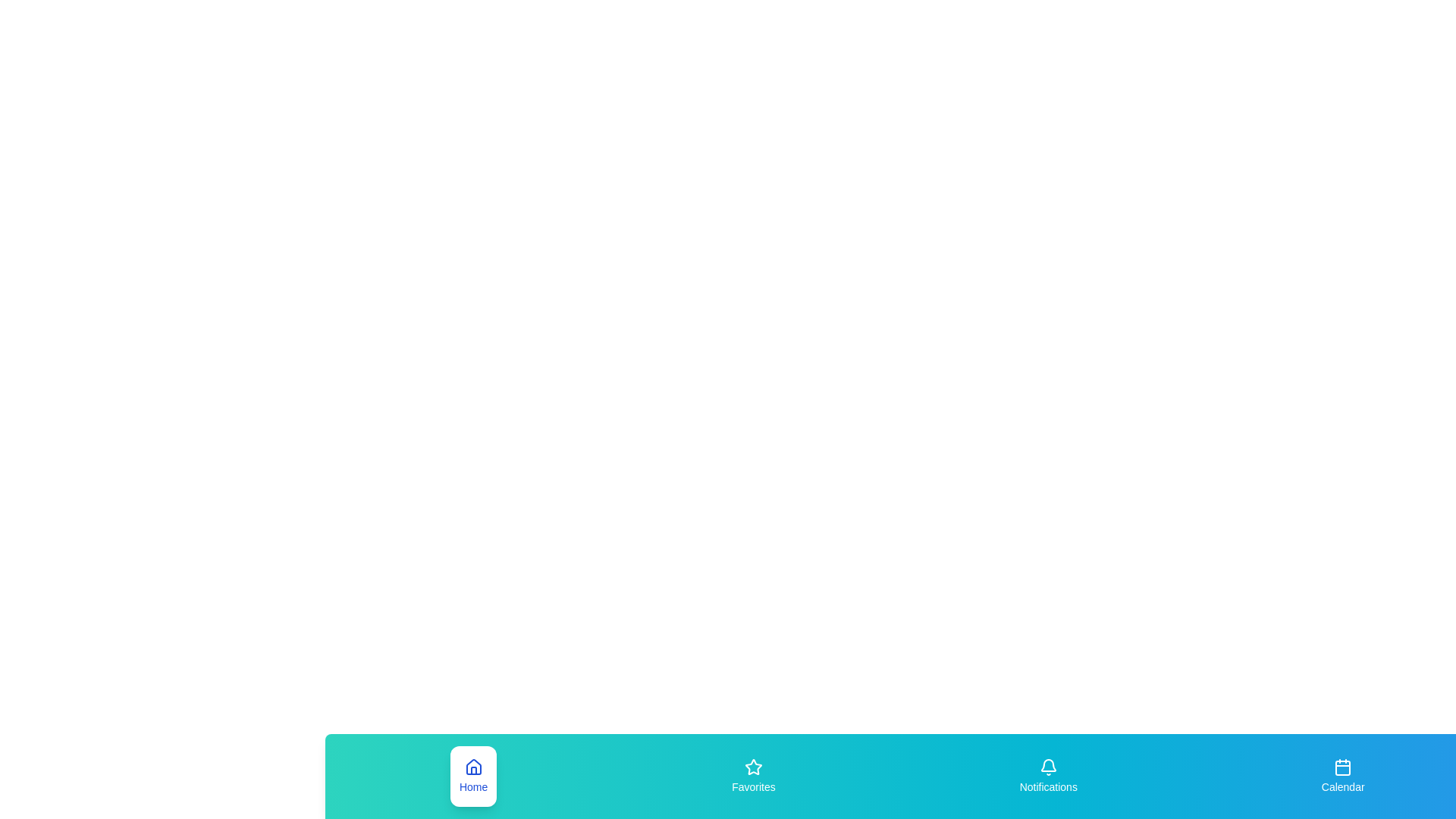 This screenshot has width=1456, height=819. What do you see at coordinates (472, 776) in the screenshot?
I see `the Home button to inspect its tooltip` at bounding box center [472, 776].